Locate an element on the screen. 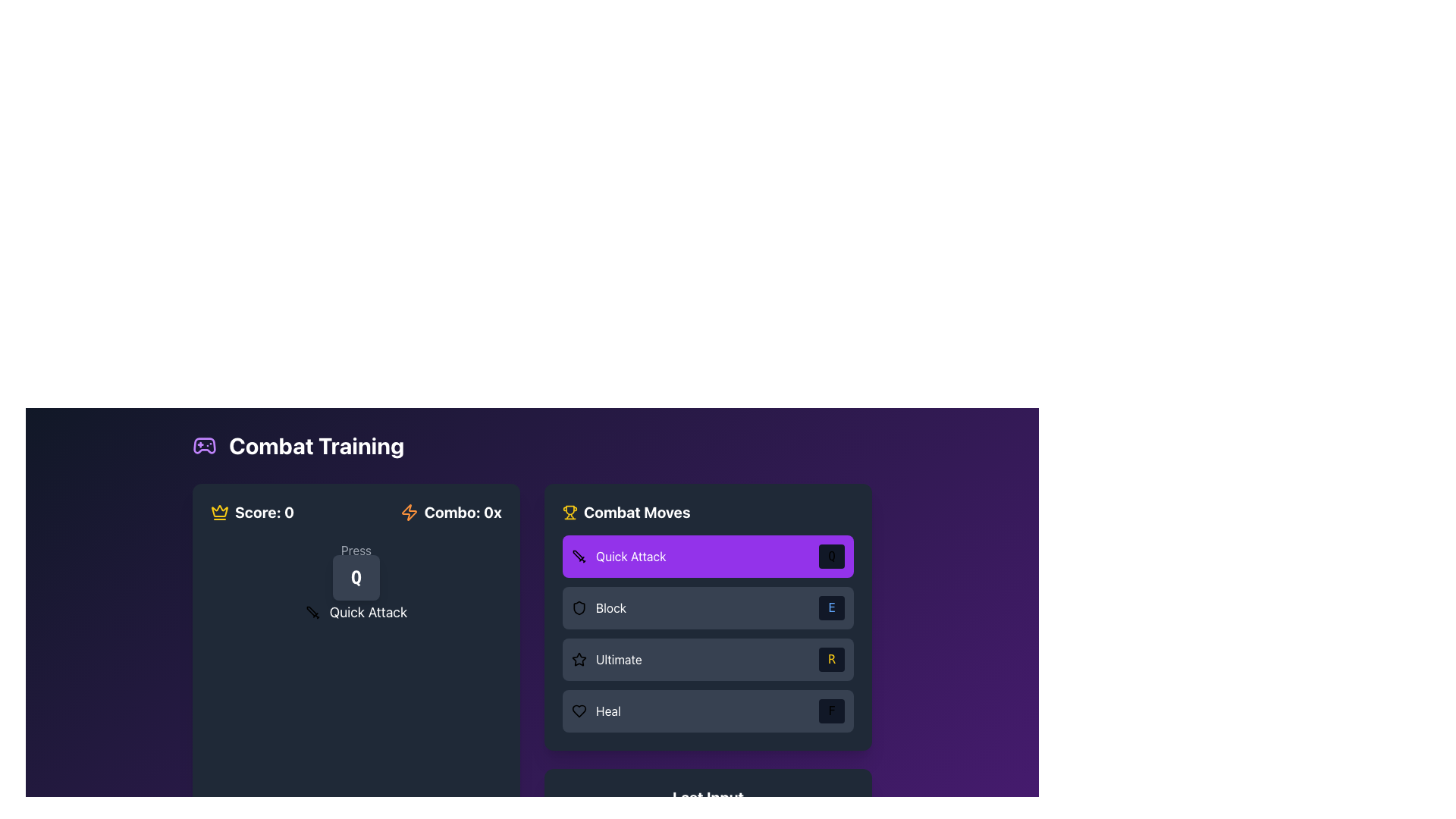 Image resolution: width=1456 pixels, height=819 pixels. the icon of the Composite component featuring the label 'Q', which is located in the Combat Training panel on the left side of the interface is located at coordinates (356, 581).